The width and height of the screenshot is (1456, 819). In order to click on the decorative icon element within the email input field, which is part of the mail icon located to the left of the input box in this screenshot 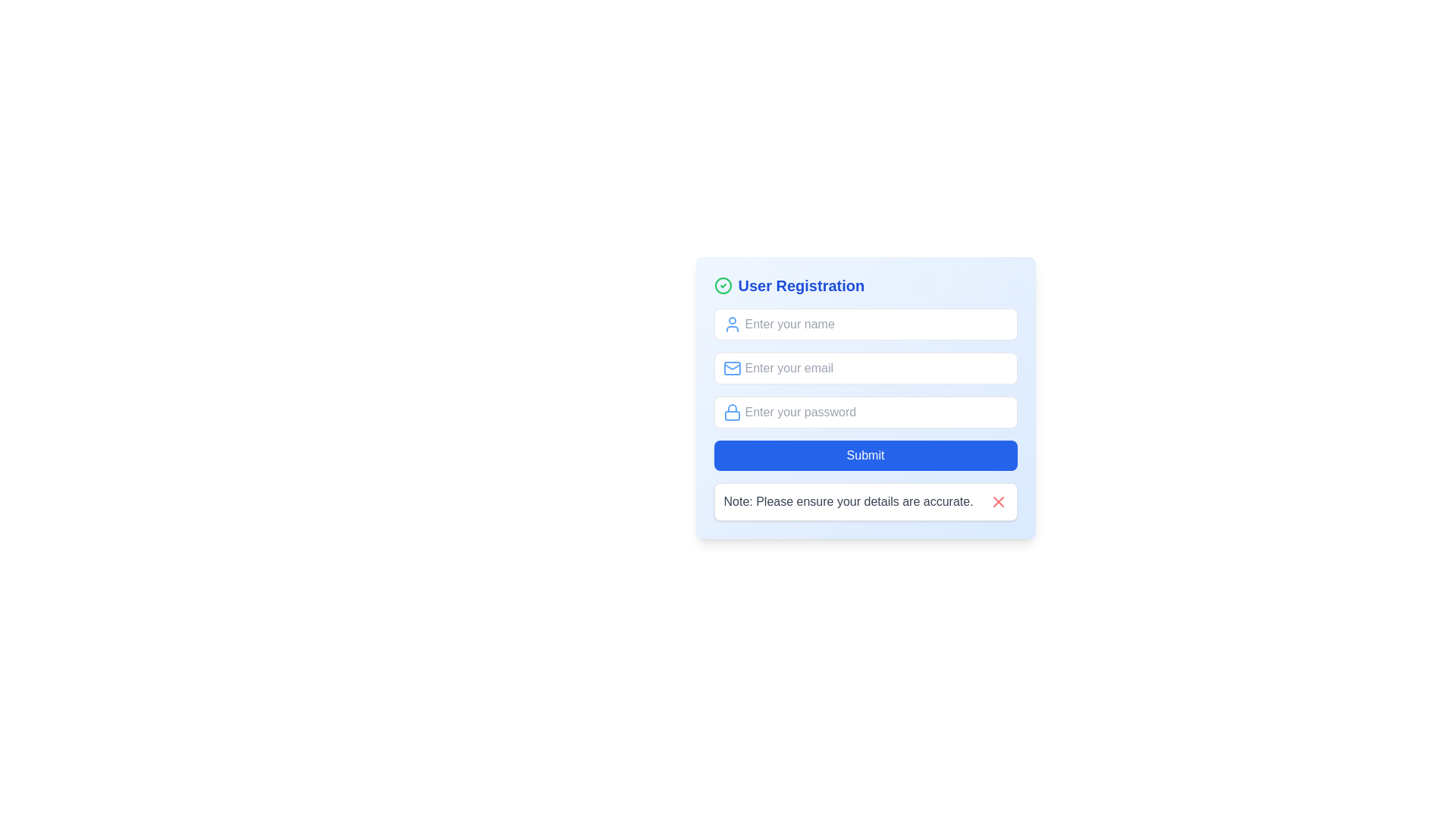, I will do `click(732, 366)`.